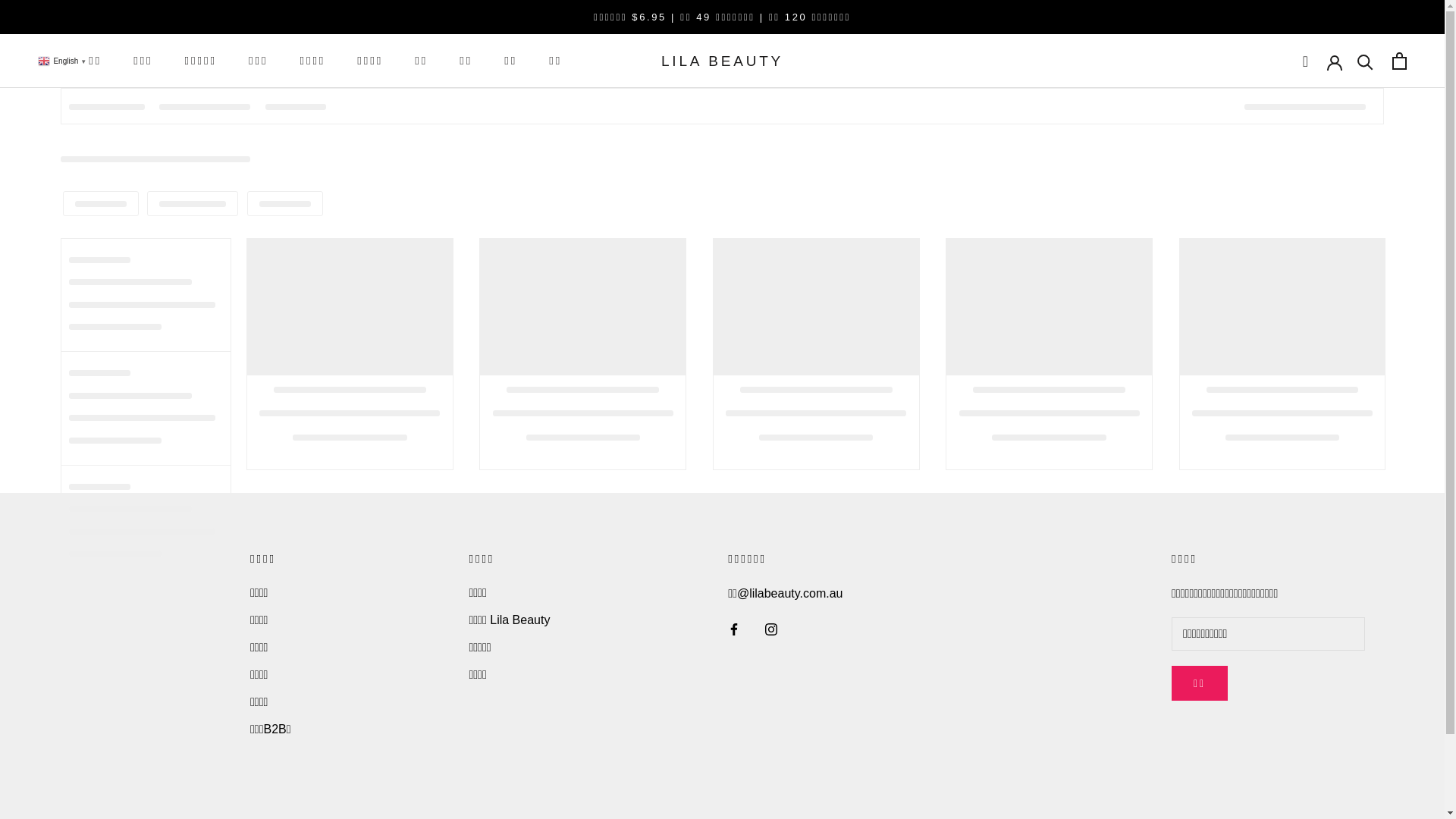 The image size is (1456, 819). What do you see at coordinates (721, 60) in the screenshot?
I see `'LILA BEAUTY'` at bounding box center [721, 60].